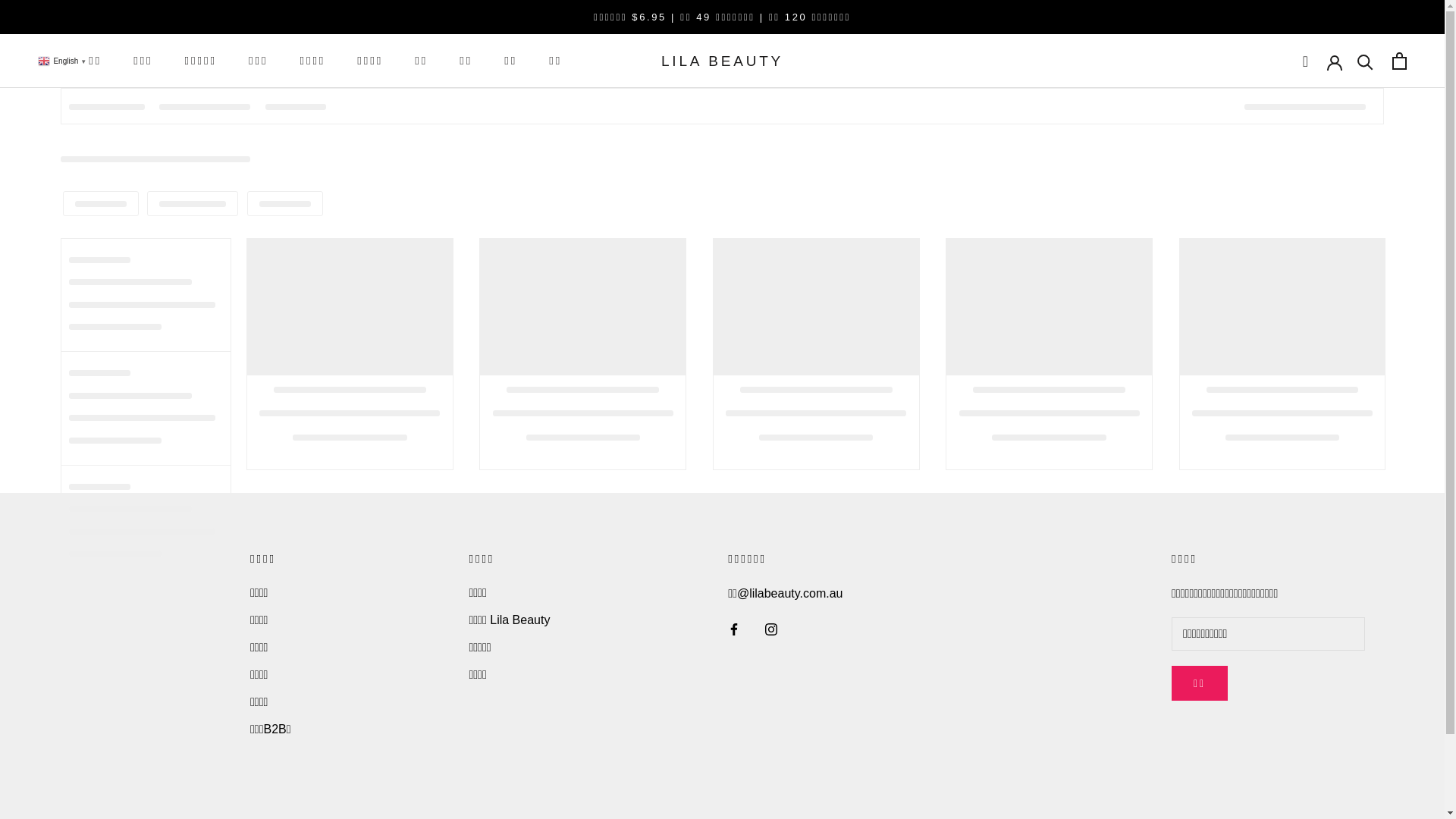 The image size is (1456, 819). What do you see at coordinates (721, 60) in the screenshot?
I see `'LILA BEAUTY'` at bounding box center [721, 60].